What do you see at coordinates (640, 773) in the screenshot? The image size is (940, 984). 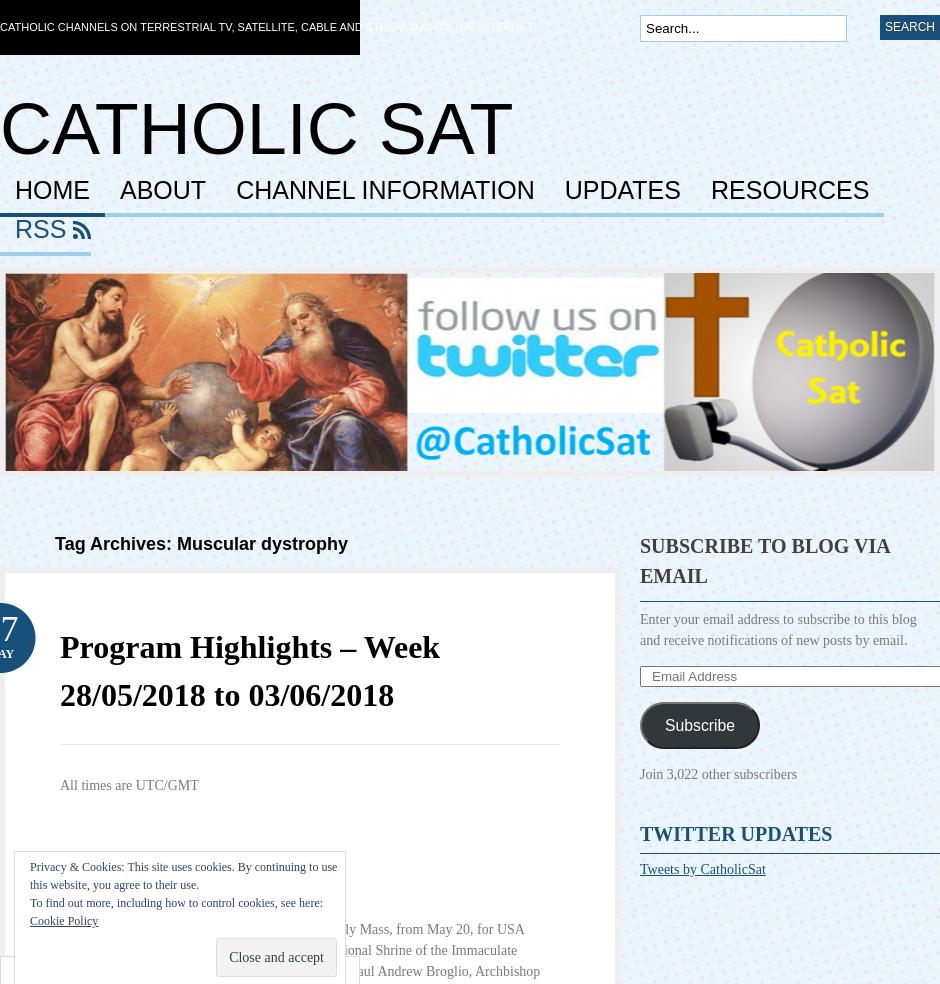 I see `'Join 3,022 other subscribers'` at bounding box center [640, 773].